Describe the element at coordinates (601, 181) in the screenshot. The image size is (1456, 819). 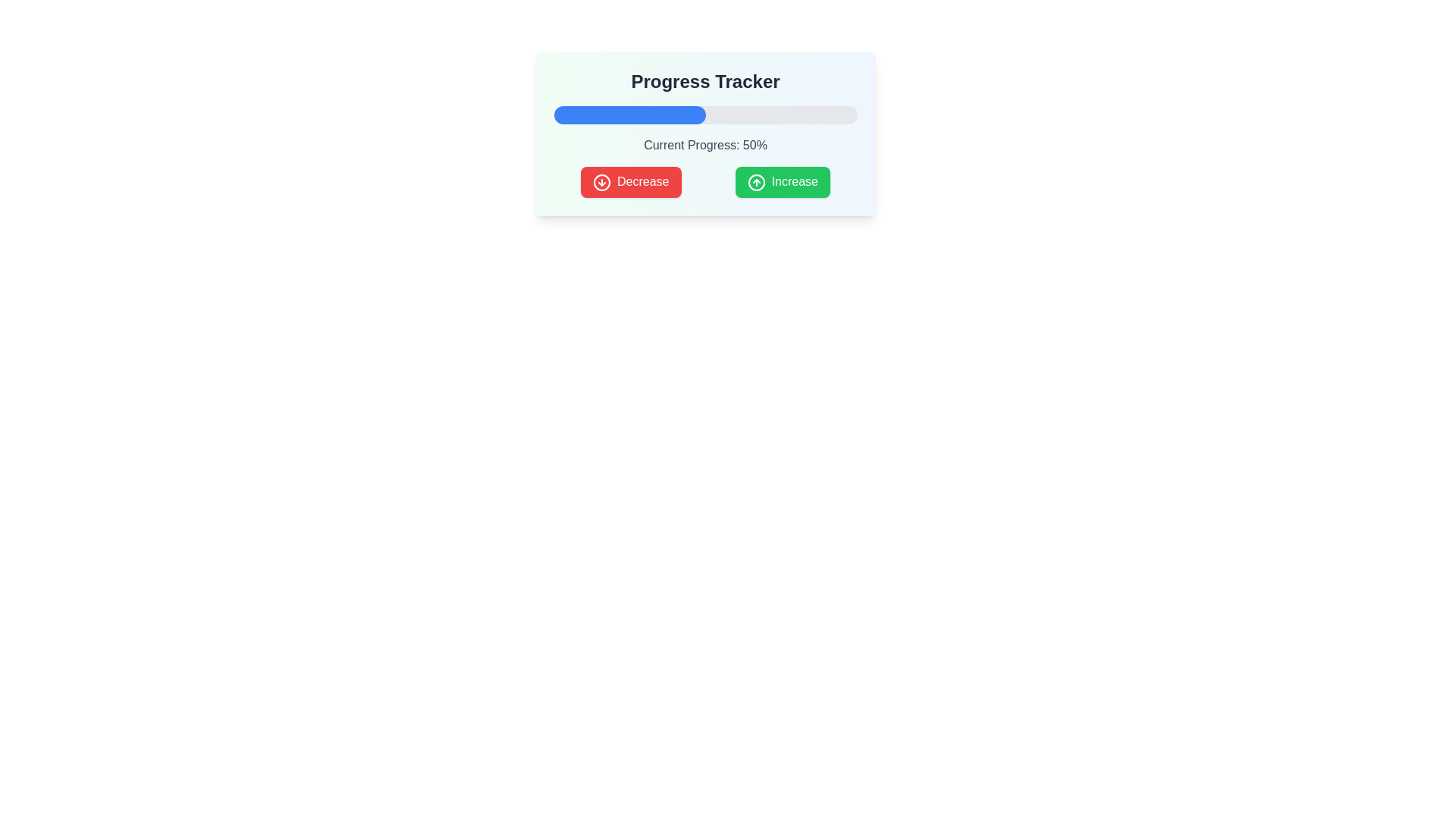
I see `the decorative circular vector graphic that is part of a diagram, located to the left of the 'Decrease' button` at that location.